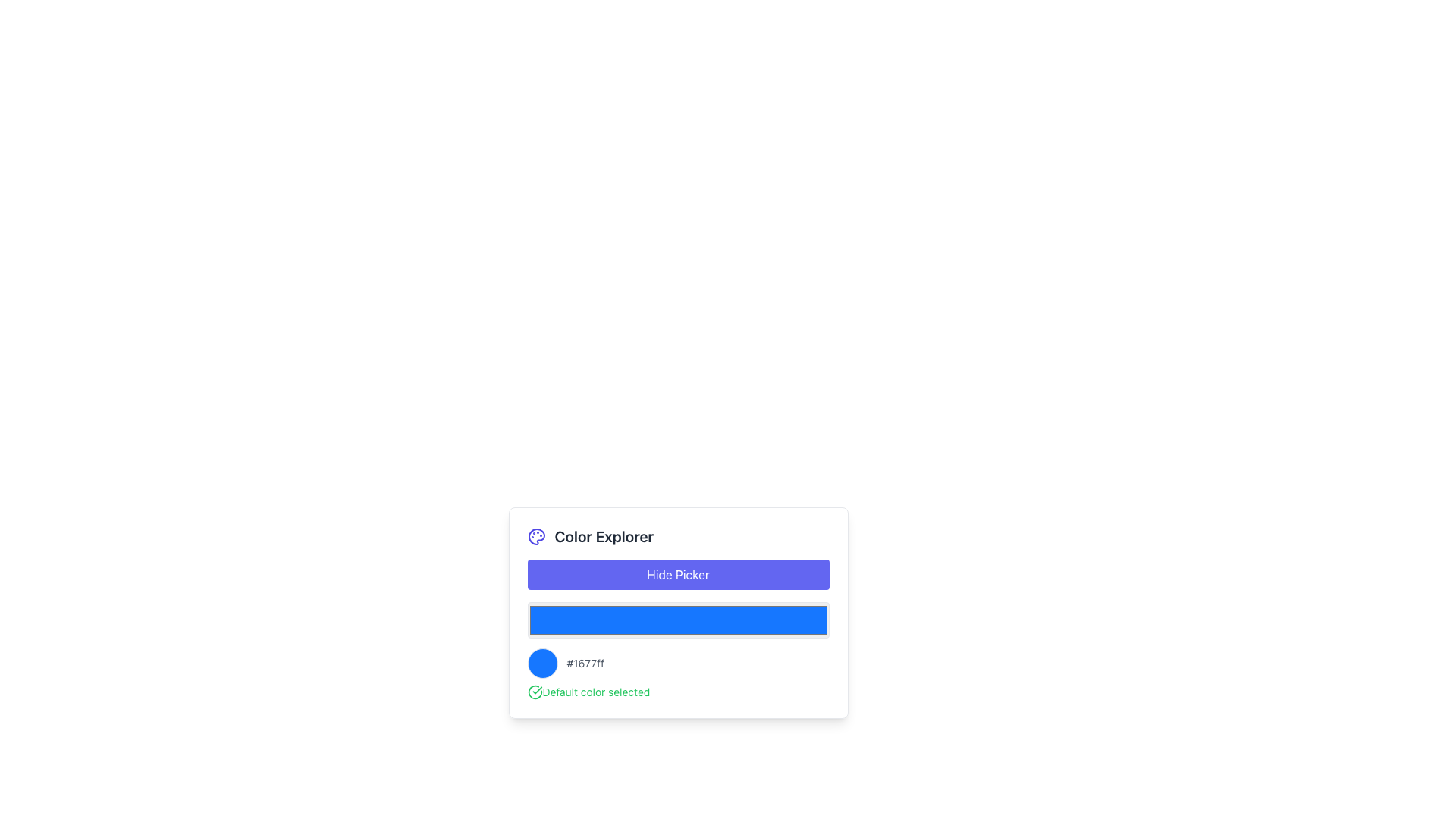 This screenshot has width=1456, height=819. I want to click on the circular checkmark icon styled with a thin green stroke, located to the left of the 'Default color selected' text, so click(535, 692).